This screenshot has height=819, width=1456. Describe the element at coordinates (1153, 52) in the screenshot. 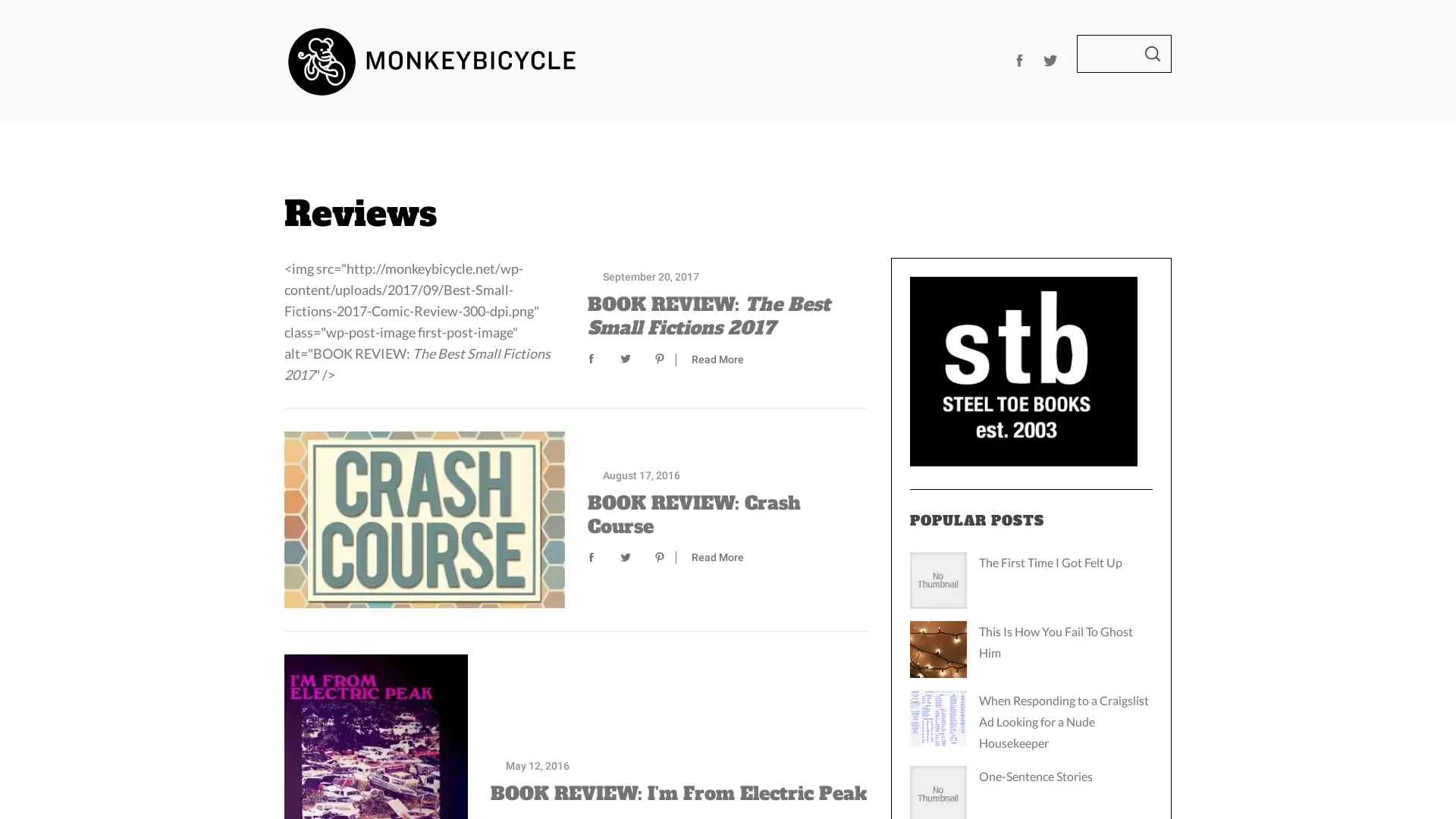

I see `SEARCH` at that location.